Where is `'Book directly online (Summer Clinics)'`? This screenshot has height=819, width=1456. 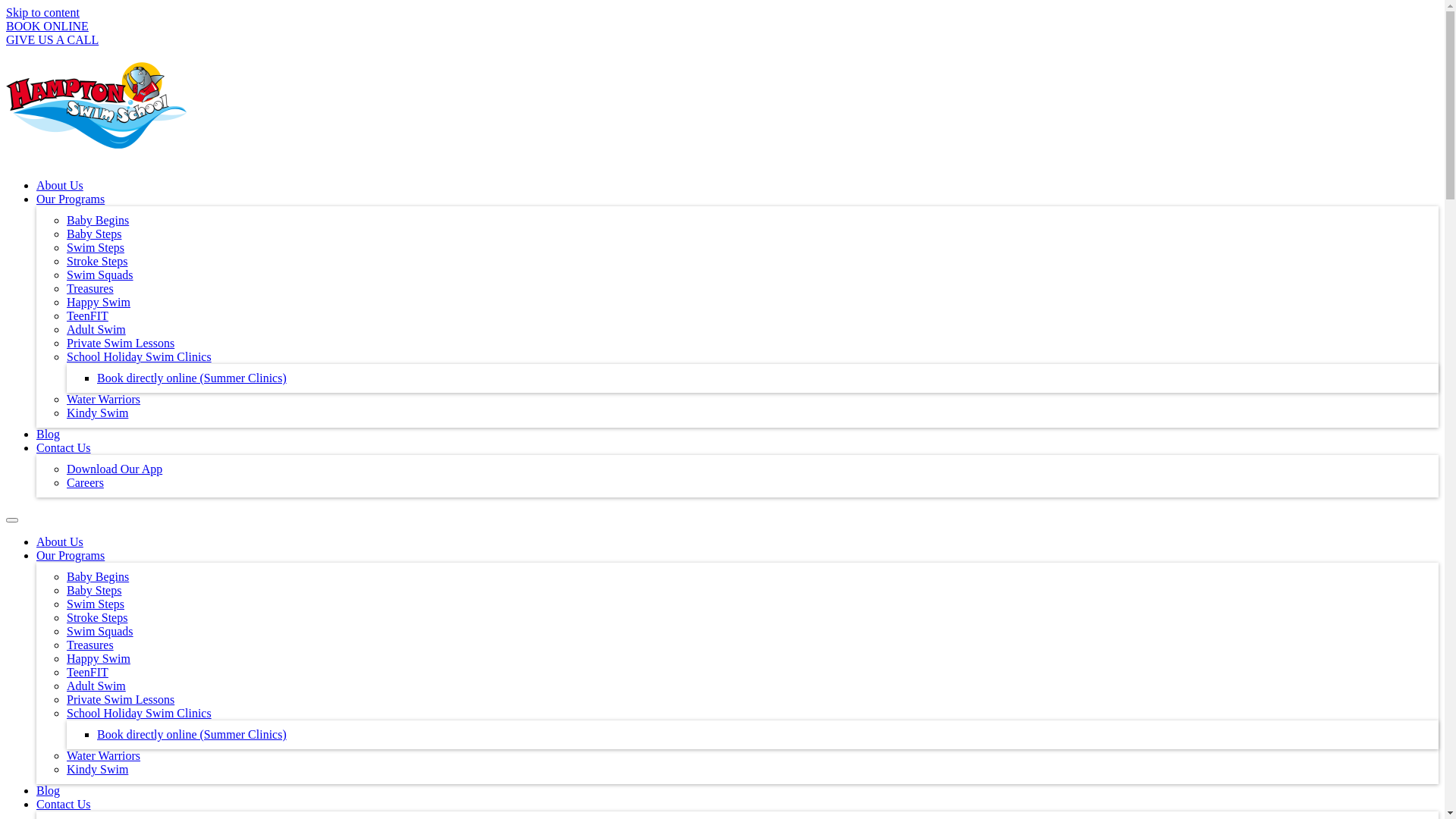 'Book directly online (Summer Clinics)' is located at coordinates (191, 733).